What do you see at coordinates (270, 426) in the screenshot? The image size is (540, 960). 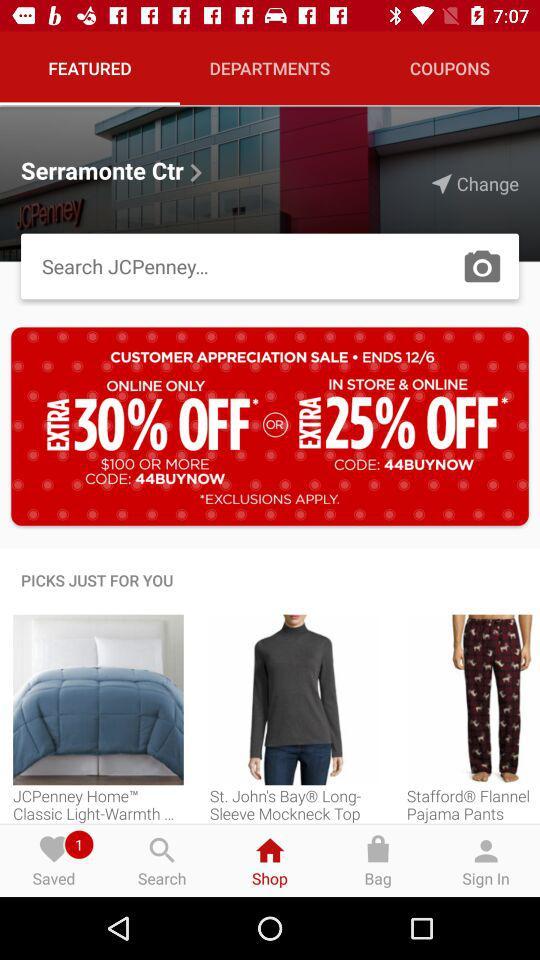 I see `the image below the search bar` at bounding box center [270, 426].